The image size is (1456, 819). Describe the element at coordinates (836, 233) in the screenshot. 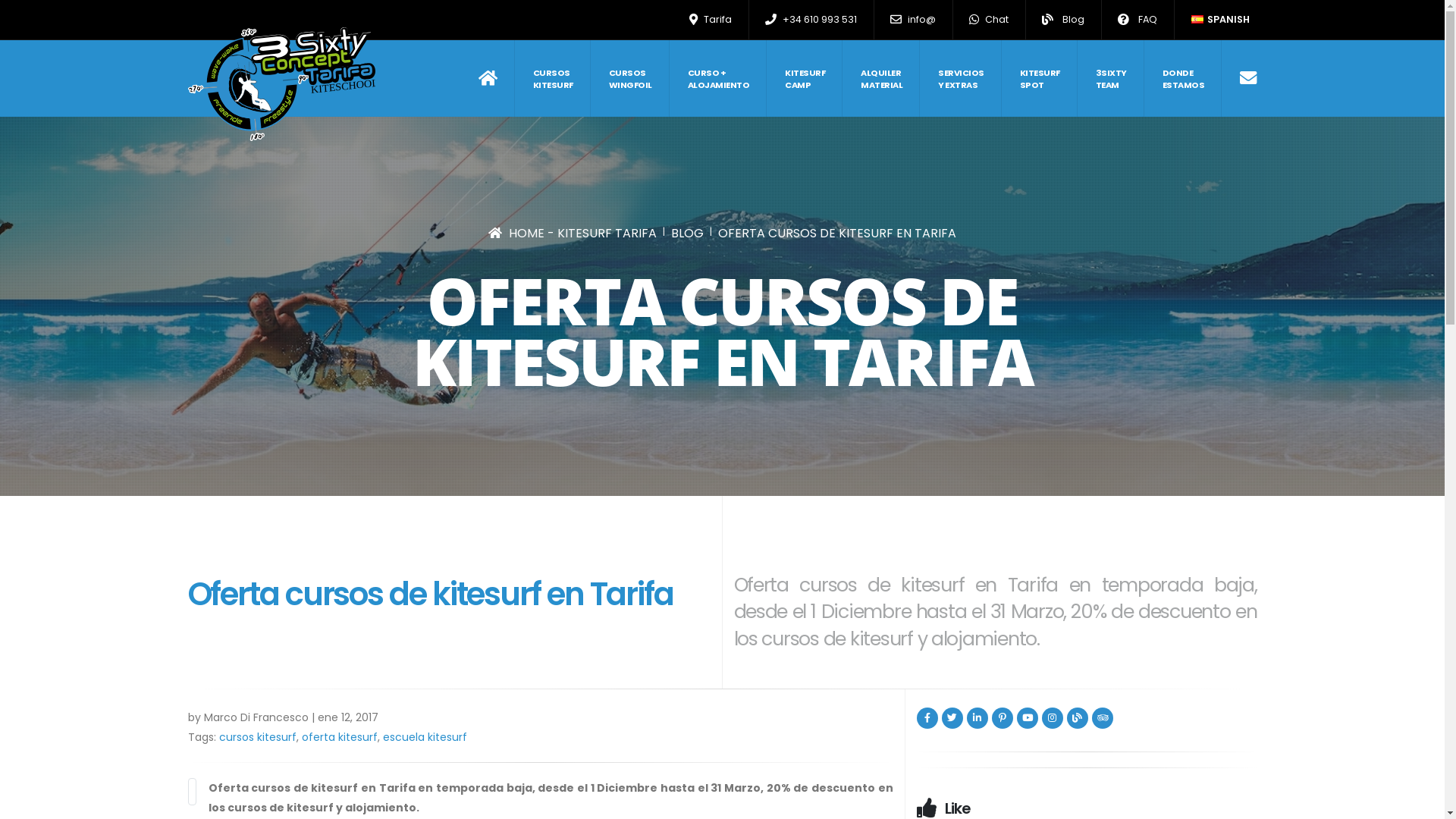

I see `'OFERTA CURSOS DE KITESURF EN TARIFA'` at that location.